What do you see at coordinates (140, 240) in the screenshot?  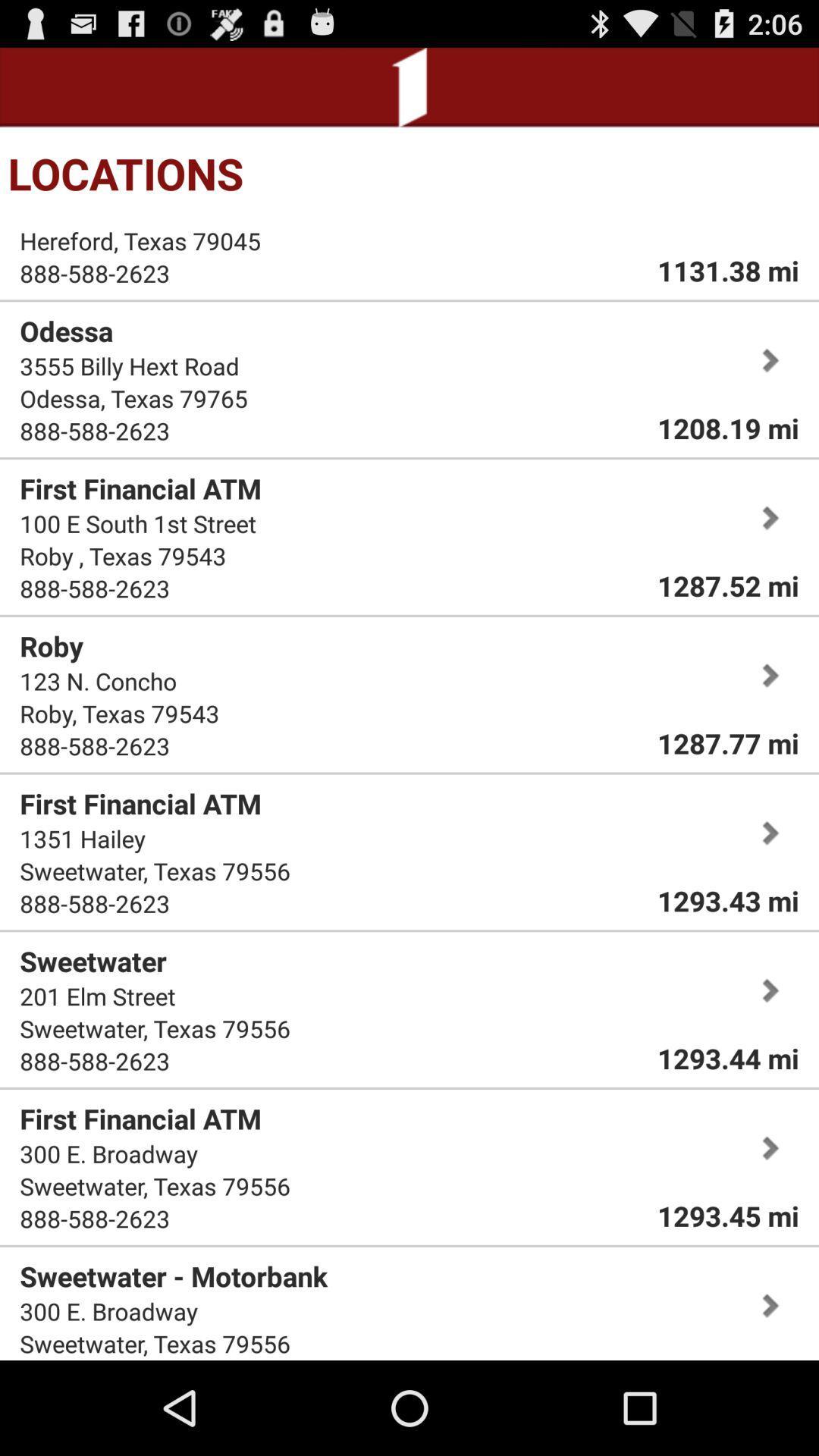 I see `the hereford, texas 79045 icon` at bounding box center [140, 240].